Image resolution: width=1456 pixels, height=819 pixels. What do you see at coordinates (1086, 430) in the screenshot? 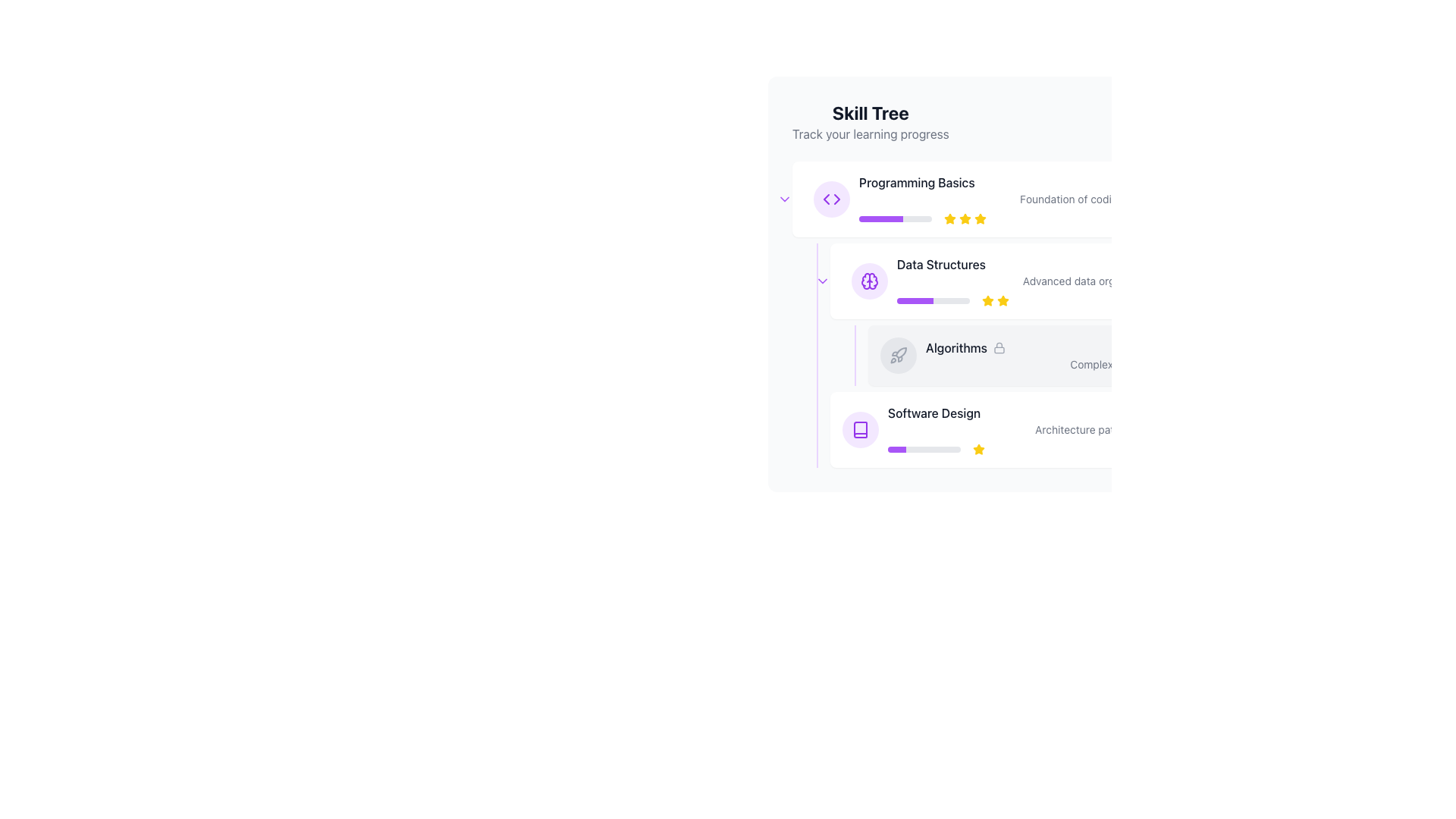
I see `text content of the 'Software Design' skill card which includes 'Software Design' in bold and 'Architecture patterns' in smaller text` at bounding box center [1086, 430].